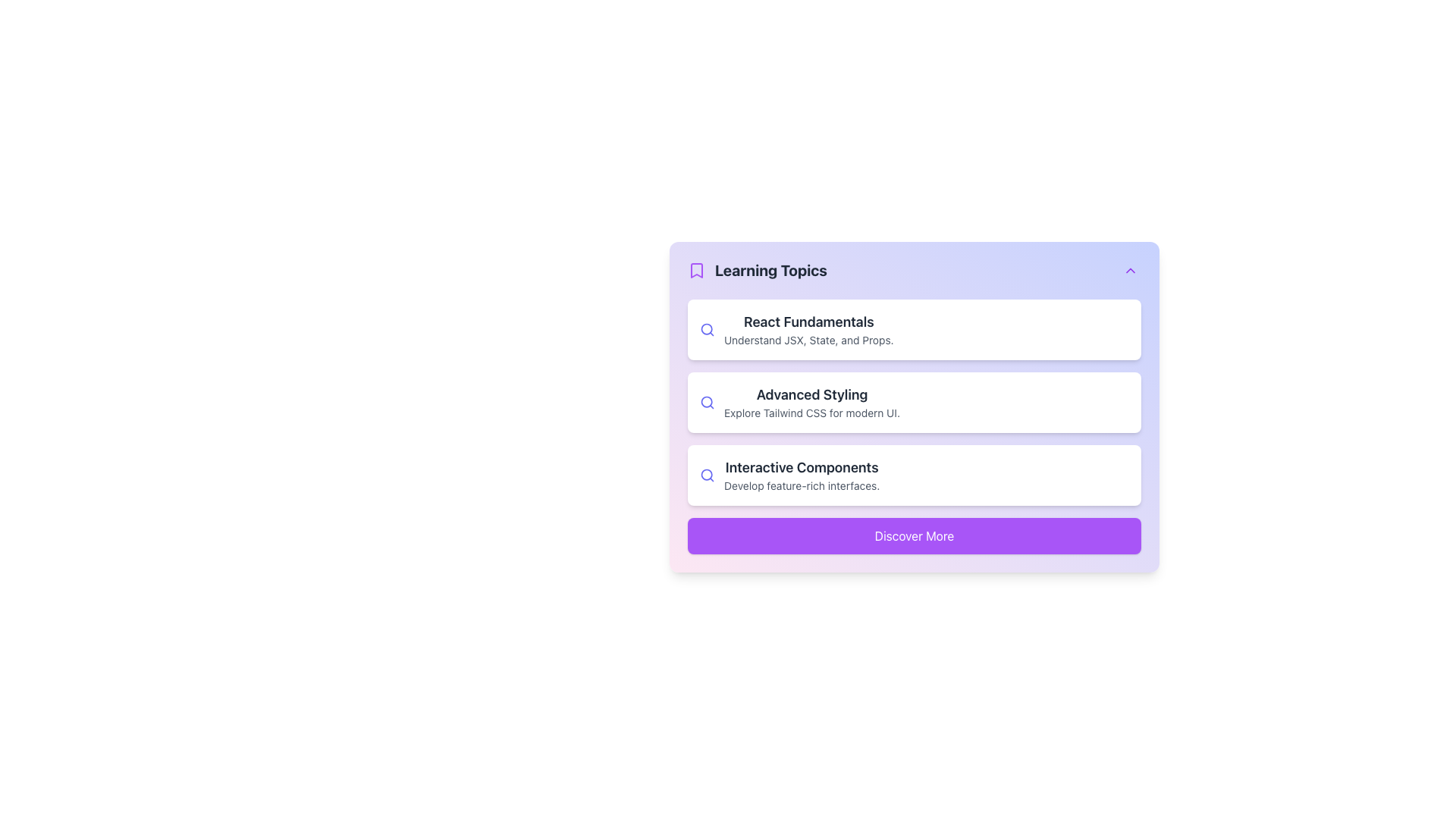  What do you see at coordinates (1131, 270) in the screenshot?
I see `the toggle button located at the top right corner of the 'Learning Topics' section` at bounding box center [1131, 270].